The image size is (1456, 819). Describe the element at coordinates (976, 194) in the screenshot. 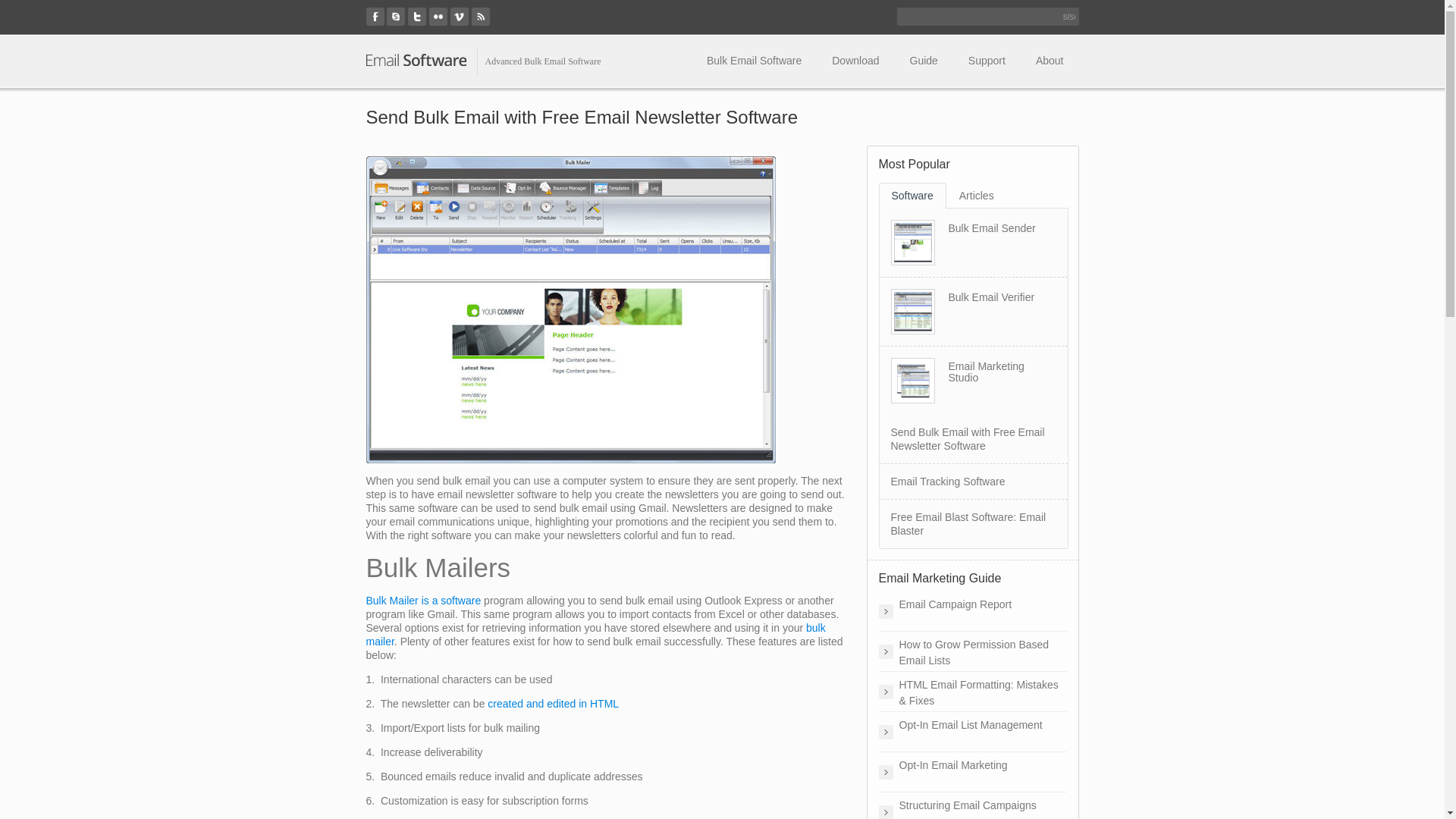

I see `'Articles'` at that location.